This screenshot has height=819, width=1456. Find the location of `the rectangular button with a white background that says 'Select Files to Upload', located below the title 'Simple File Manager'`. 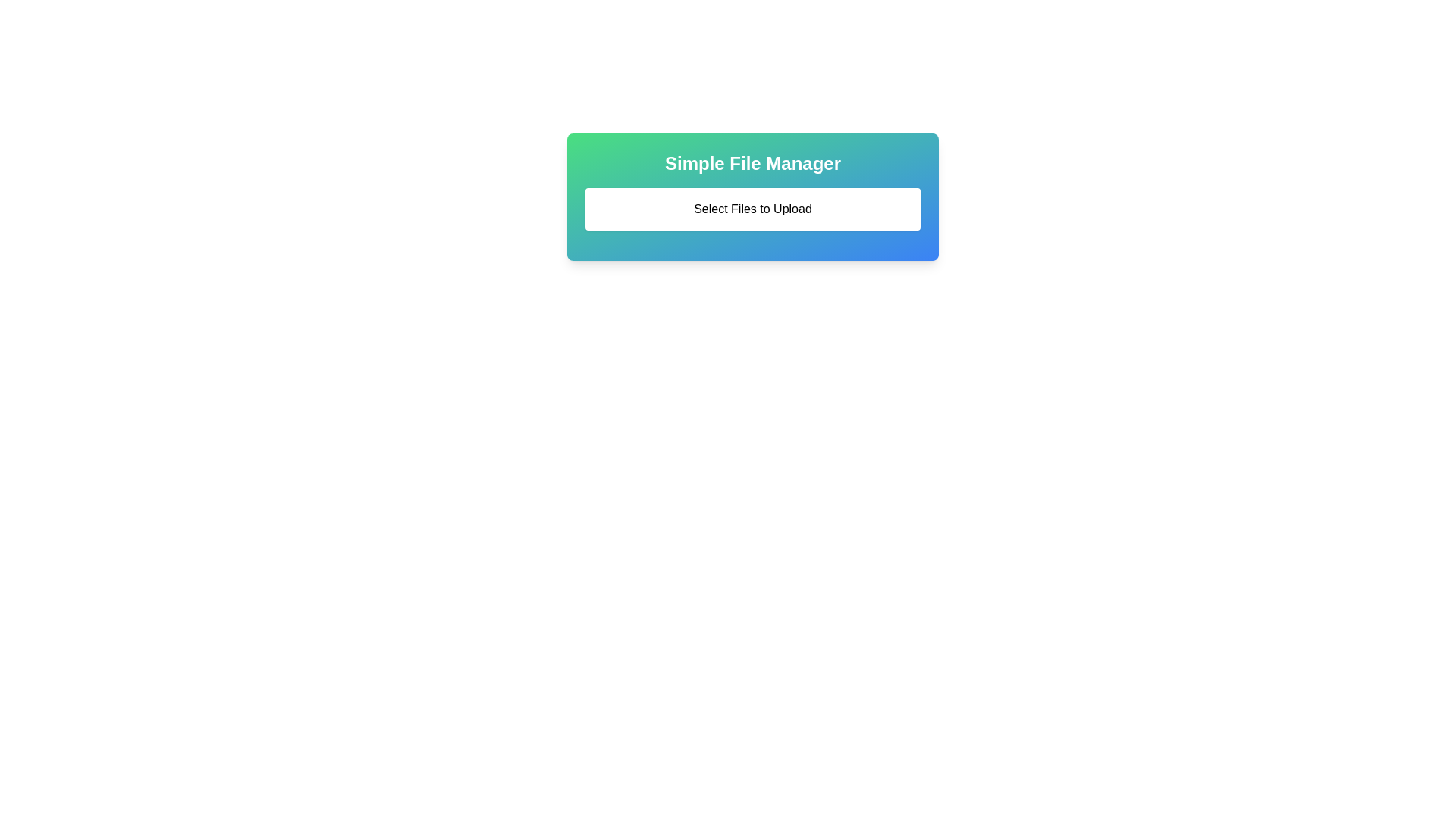

the rectangular button with a white background that says 'Select Files to Upload', located below the title 'Simple File Manager' is located at coordinates (753, 209).